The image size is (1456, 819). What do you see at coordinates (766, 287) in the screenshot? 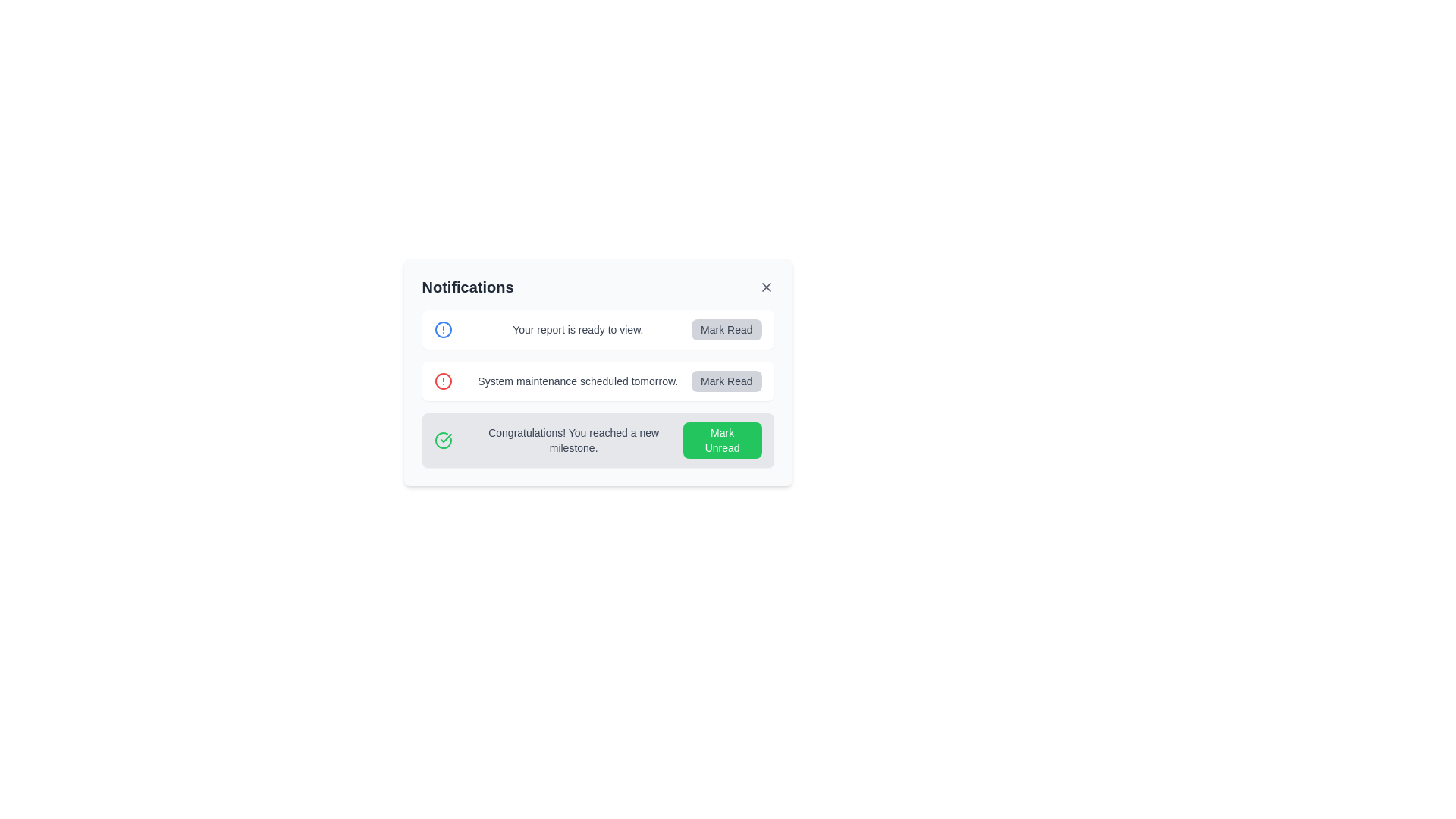
I see `the close button represented as an SVG graphical element within the notification interface, located at the top-right corner of the notification panel` at bounding box center [766, 287].